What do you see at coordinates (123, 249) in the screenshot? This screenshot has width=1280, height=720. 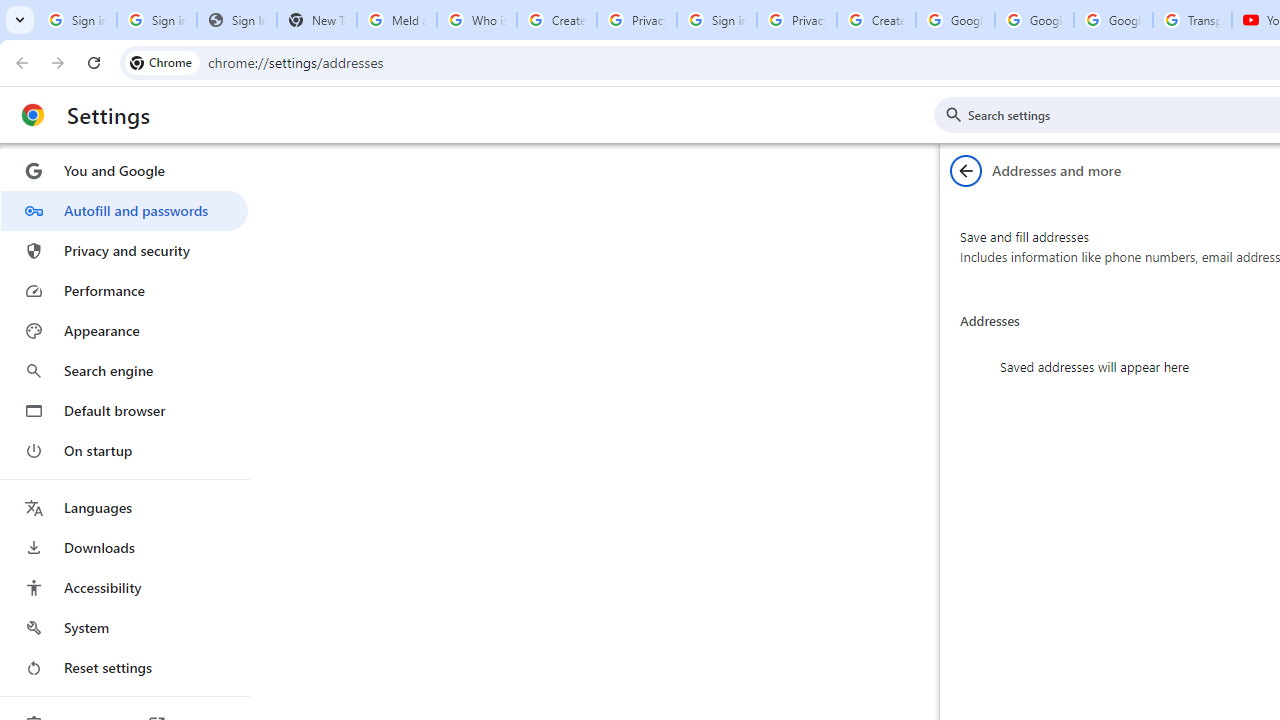 I see `'Privacy and security'` at bounding box center [123, 249].